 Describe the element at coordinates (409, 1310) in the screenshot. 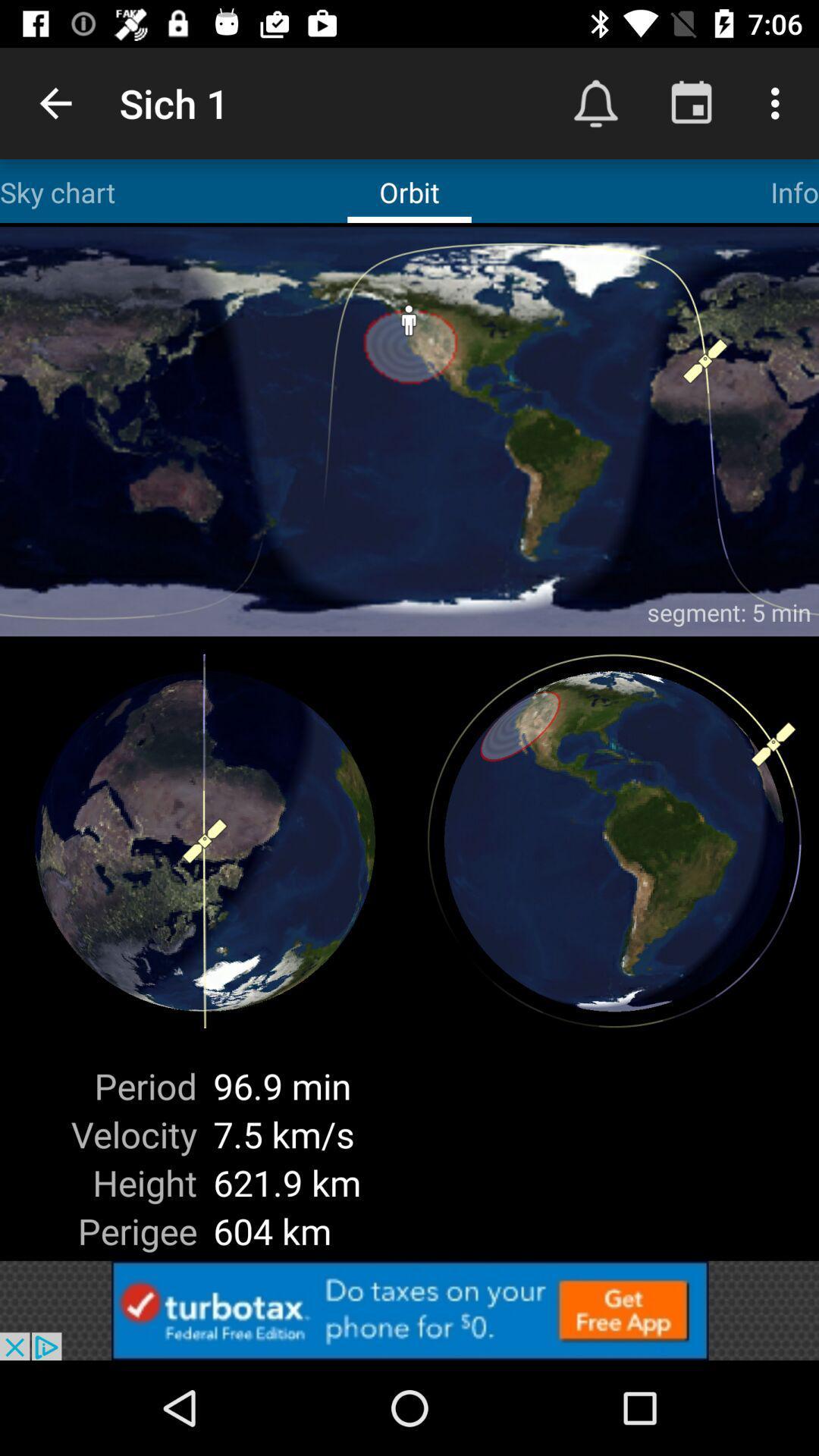

I see `install turbotax` at that location.